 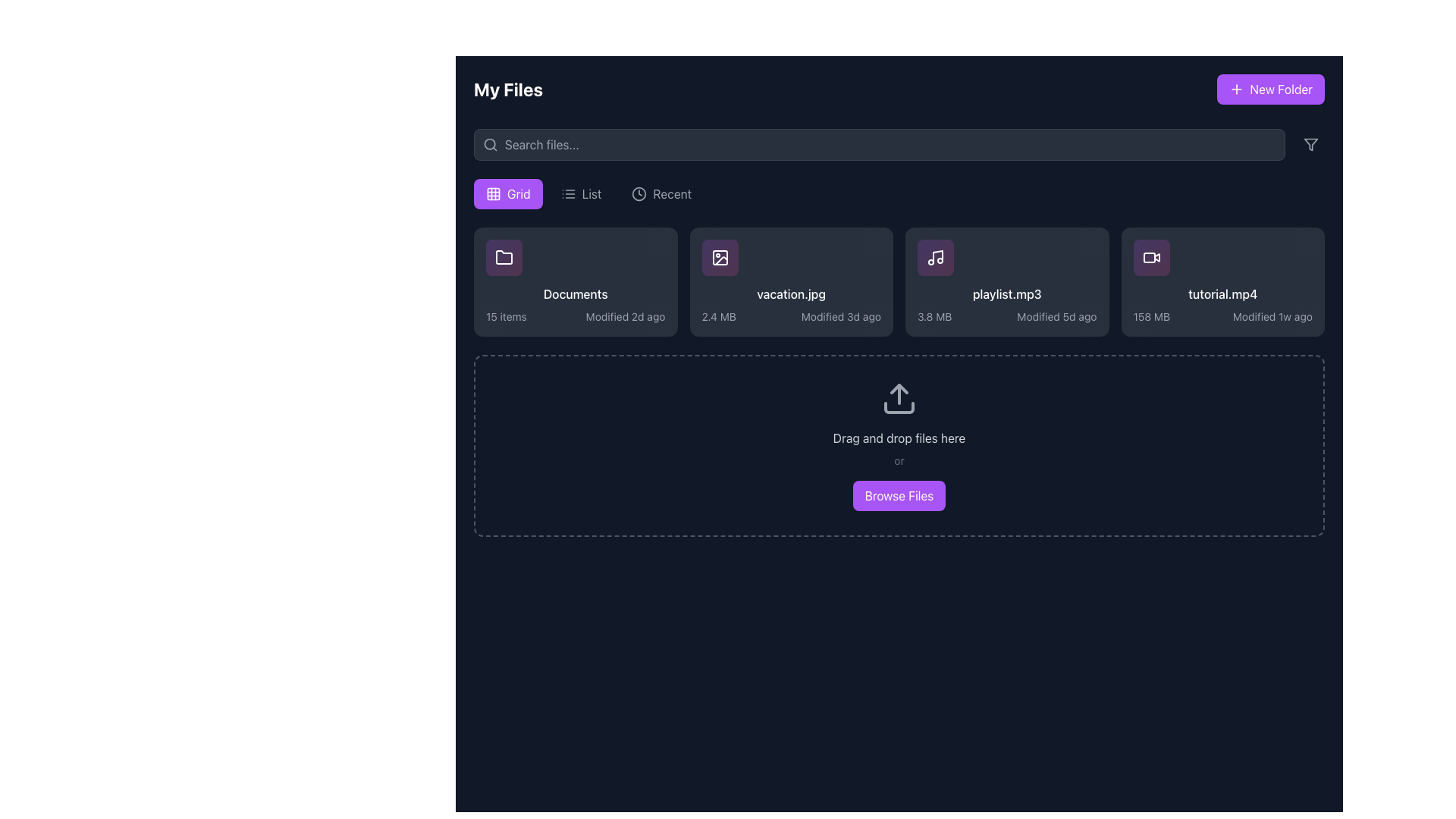 I want to click on the SVG icon styled with a folder outline, located next to the label 'Documents' within the first item of the file grid, so click(x=504, y=256).